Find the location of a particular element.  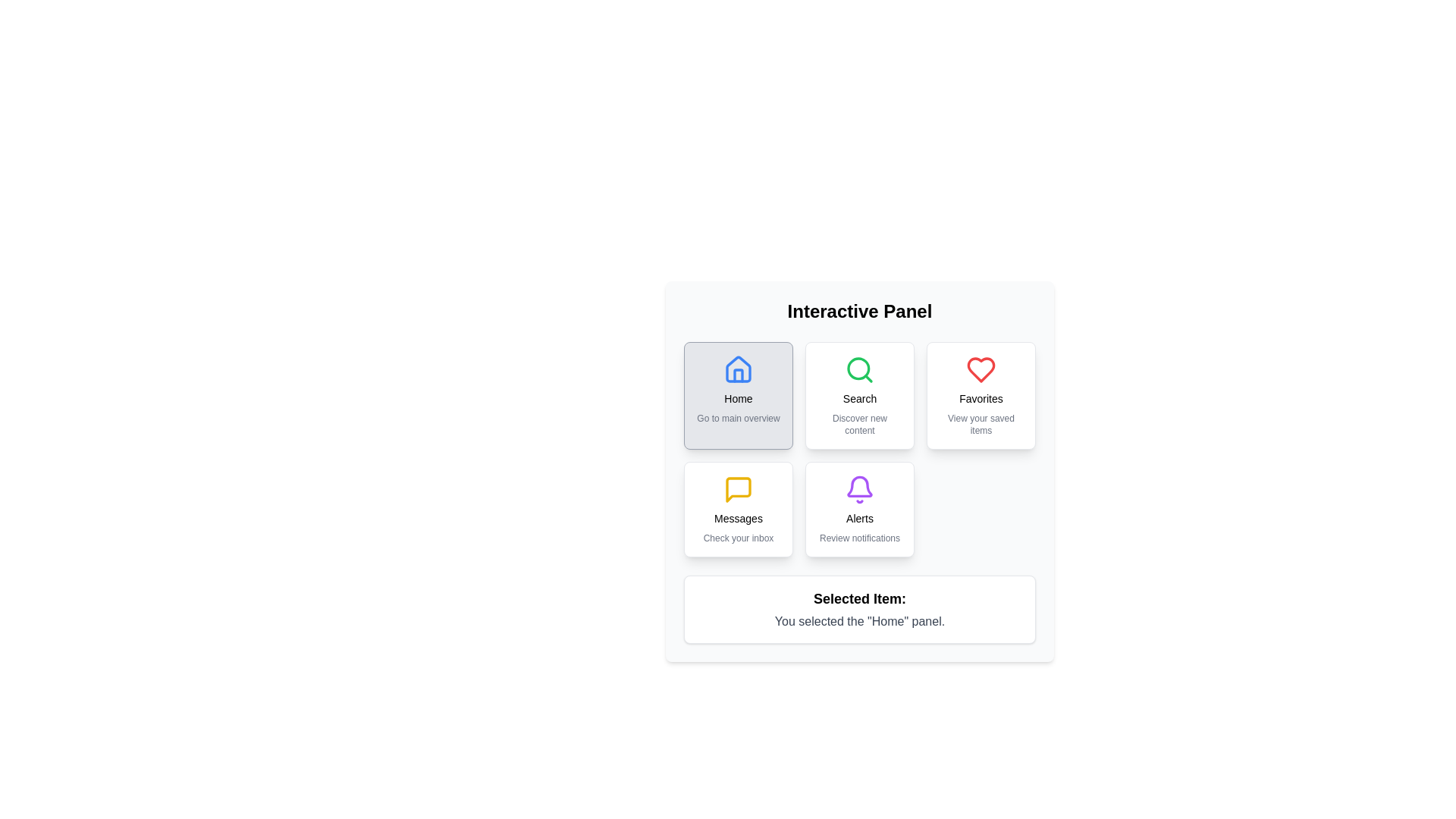

the visual icon in the 'Messages' tile located in the bottom-left corner of the grid within the 'Interactive Panel', which serves as a portal to check messages or inbox items is located at coordinates (739, 489).